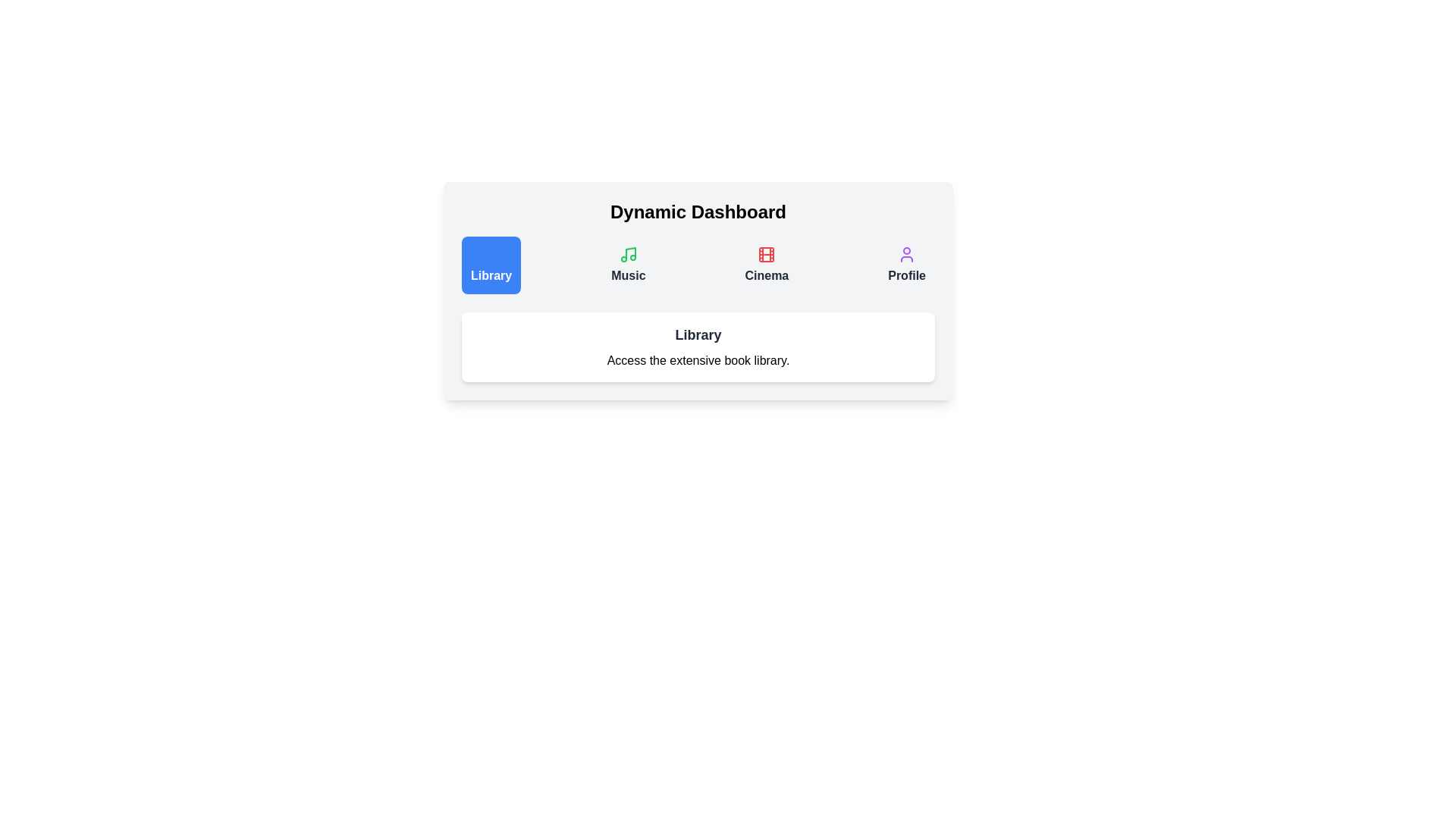 The width and height of the screenshot is (1456, 819). I want to click on the tab labeled Profile to view its description, so click(907, 265).